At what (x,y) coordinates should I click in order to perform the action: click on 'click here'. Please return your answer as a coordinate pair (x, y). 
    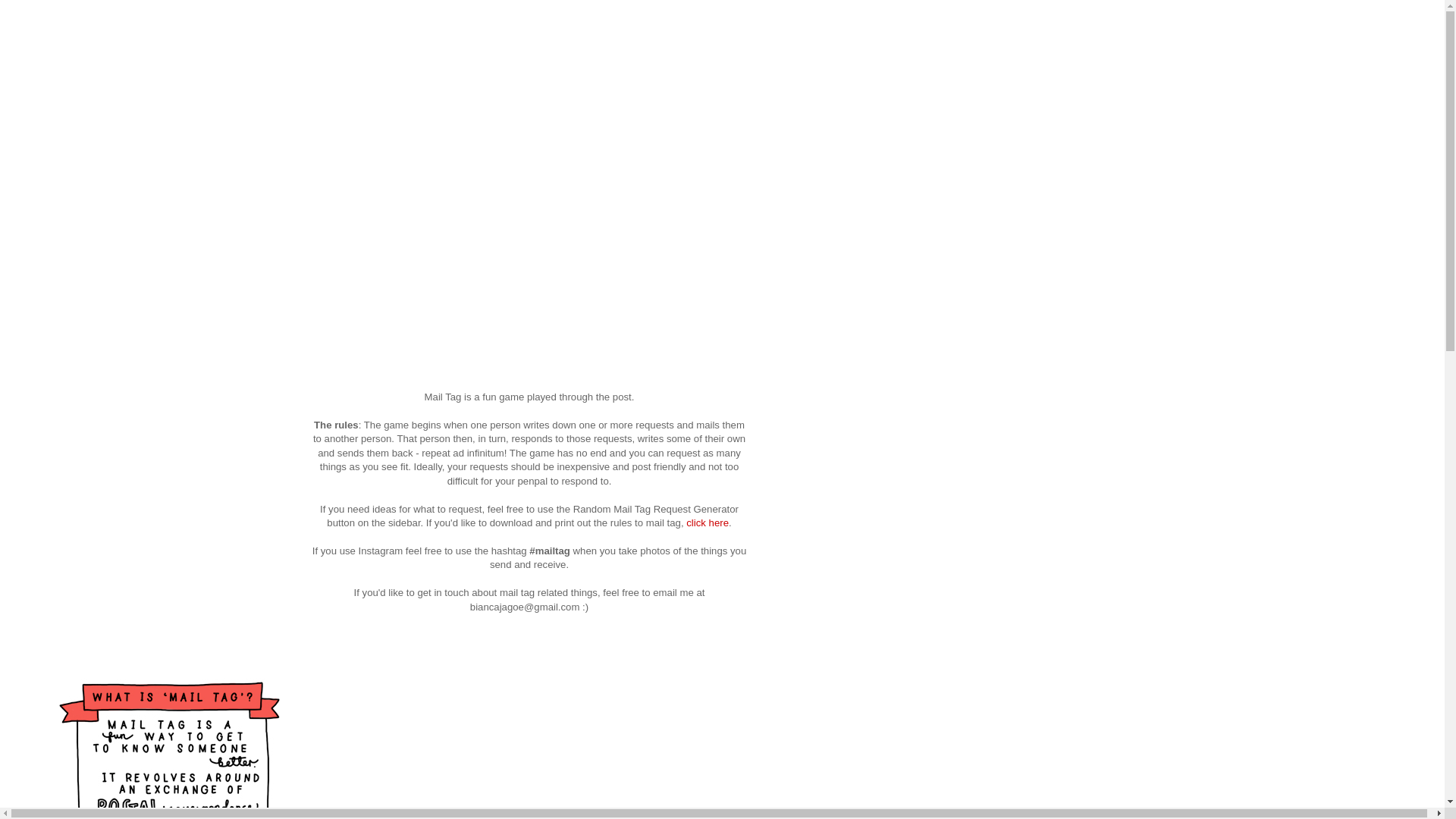
    Looking at the image, I should click on (686, 522).